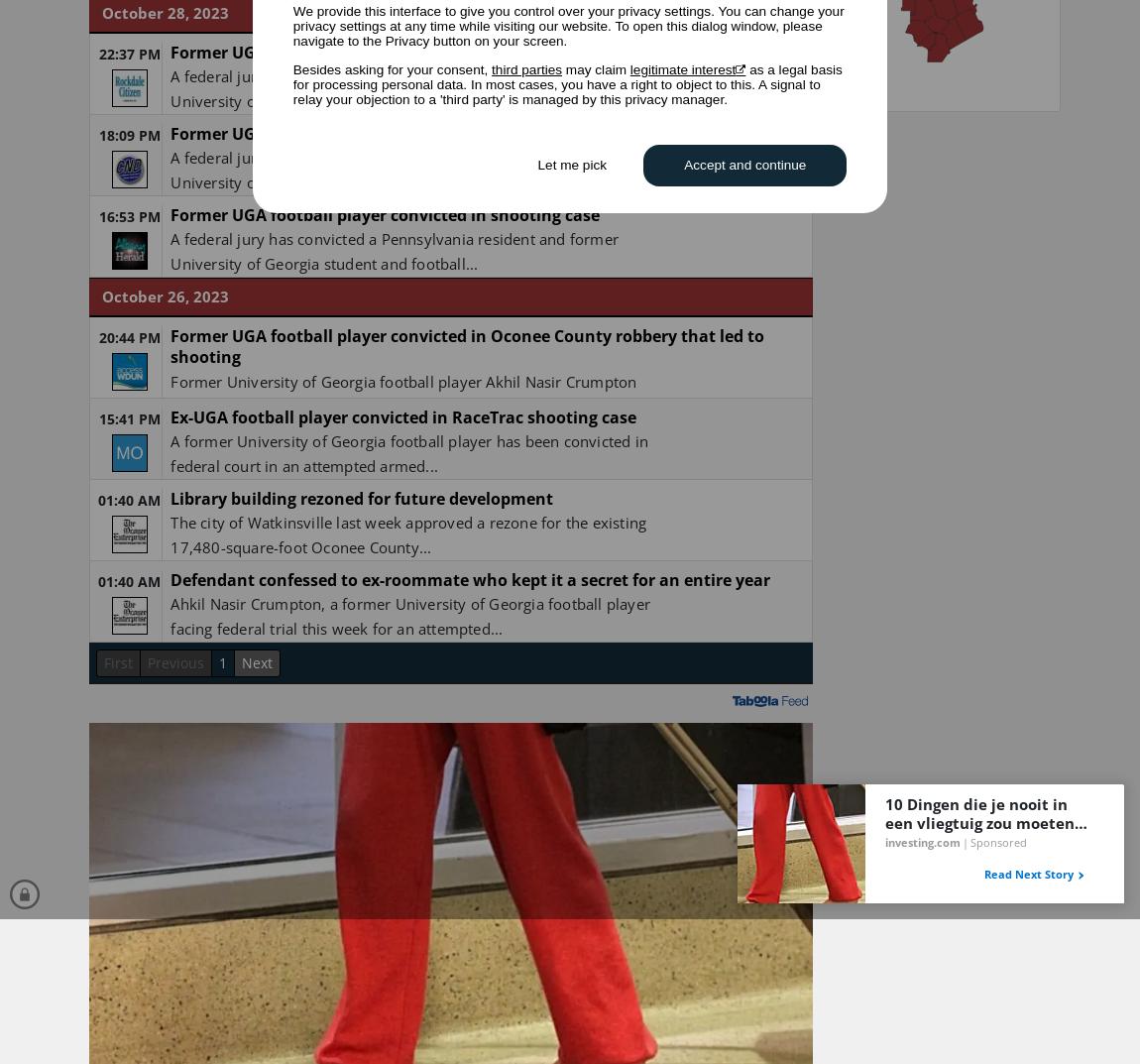  Describe the element at coordinates (97, 133) in the screenshot. I see `'18:09 PM'` at that location.